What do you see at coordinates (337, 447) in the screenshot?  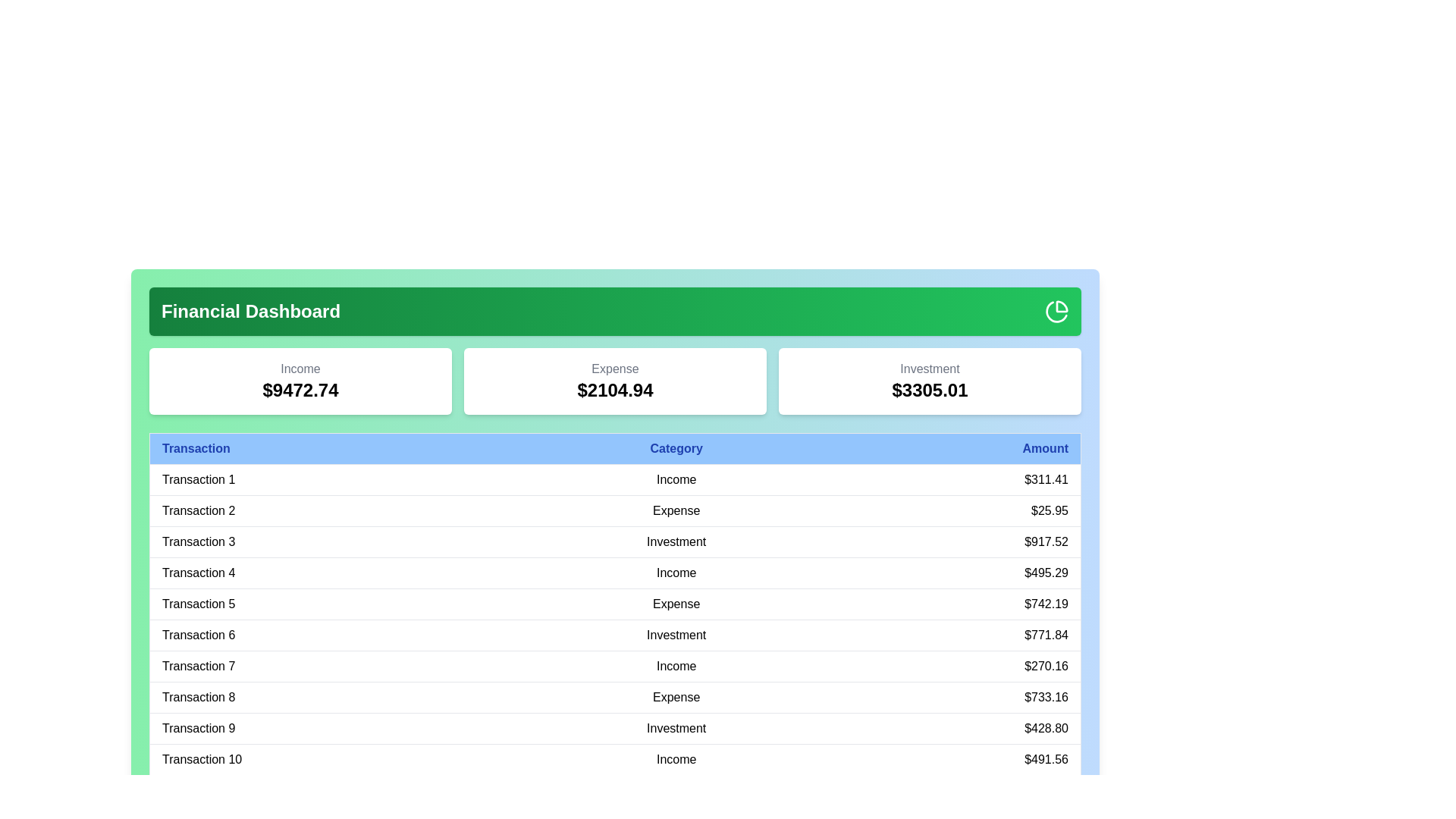 I see `the column header to sort by Transaction` at bounding box center [337, 447].